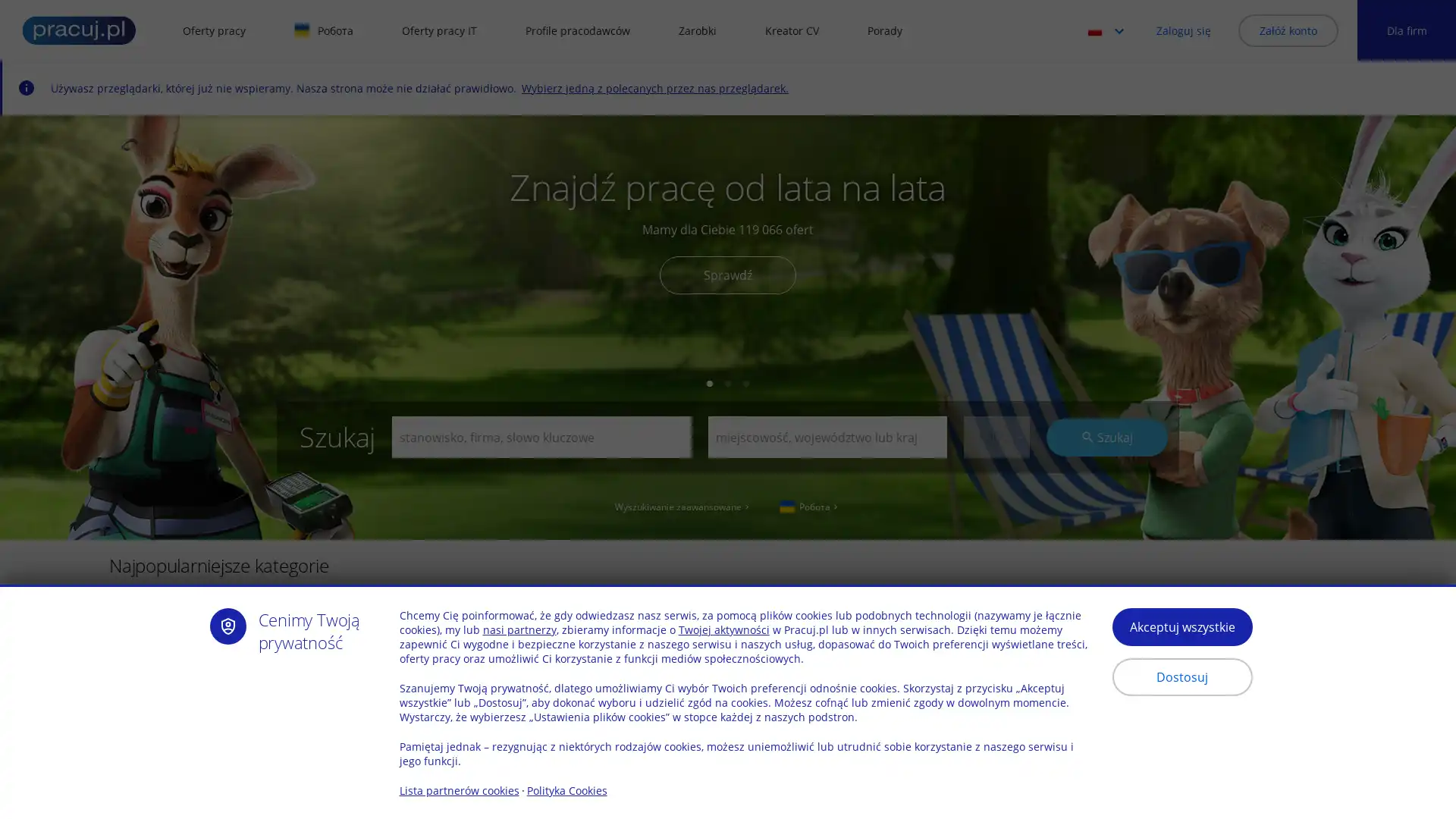  I want to click on ZAPISANE, so click(340, 745).